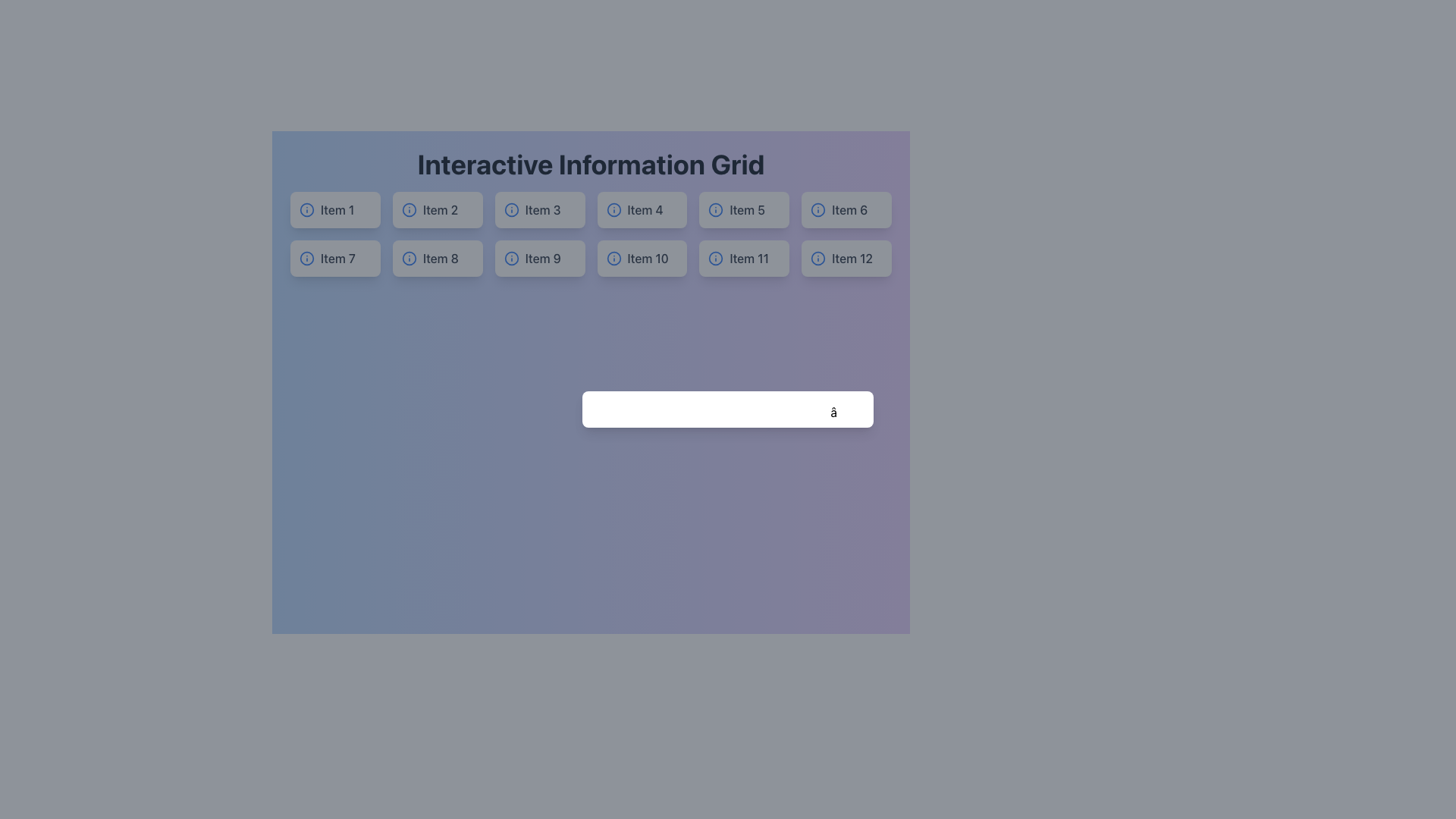 Image resolution: width=1456 pixels, height=819 pixels. What do you see at coordinates (437, 210) in the screenshot?
I see `displayed text from the label with the icon that shows 'Item 2', styled in medium gray with a bold font, and positioned in the second column of the first row in the grid` at bounding box center [437, 210].